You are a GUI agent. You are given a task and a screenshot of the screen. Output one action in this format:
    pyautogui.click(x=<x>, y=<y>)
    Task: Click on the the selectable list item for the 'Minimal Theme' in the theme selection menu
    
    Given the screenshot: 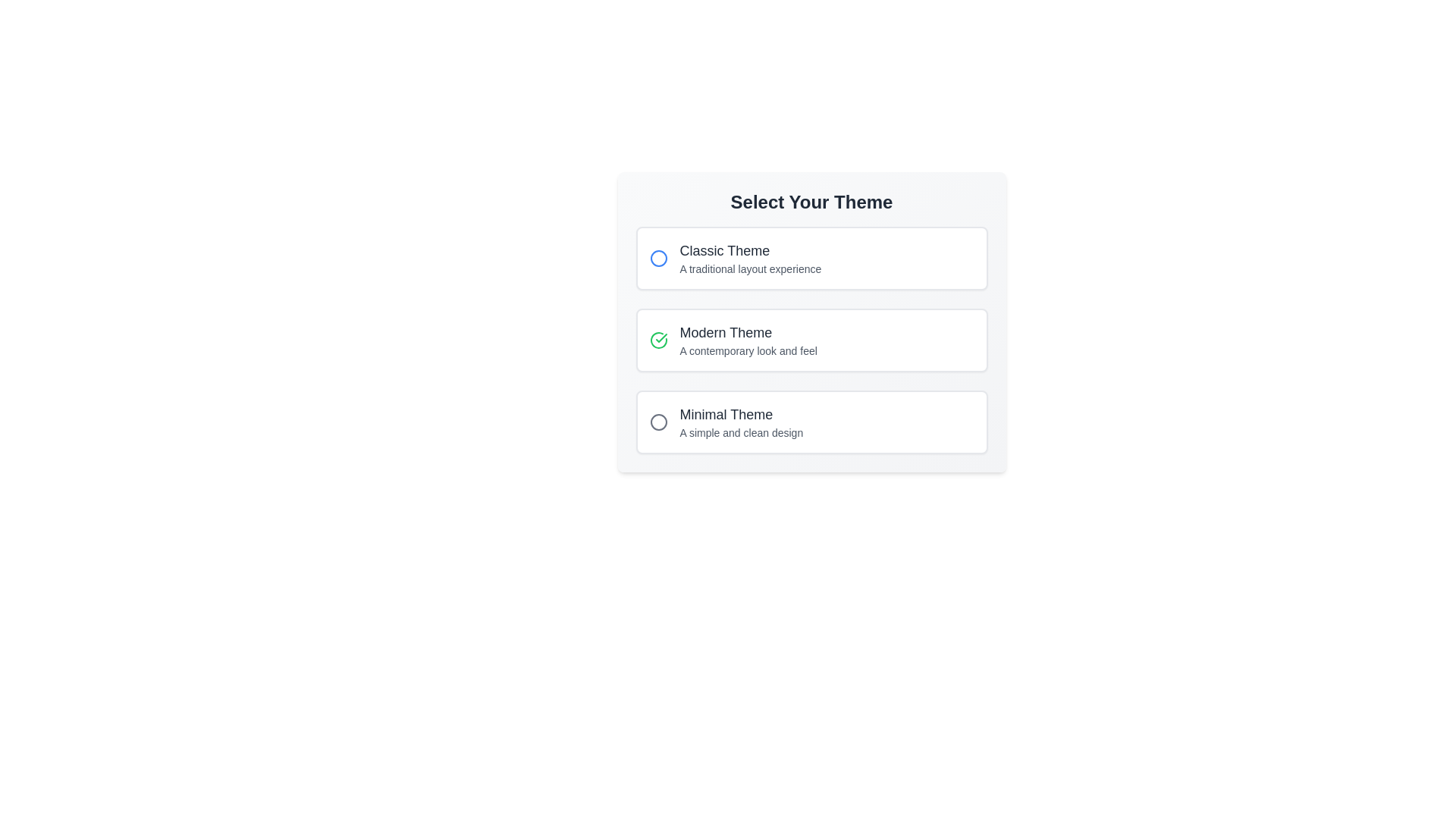 What is the action you would take?
    pyautogui.click(x=811, y=422)
    